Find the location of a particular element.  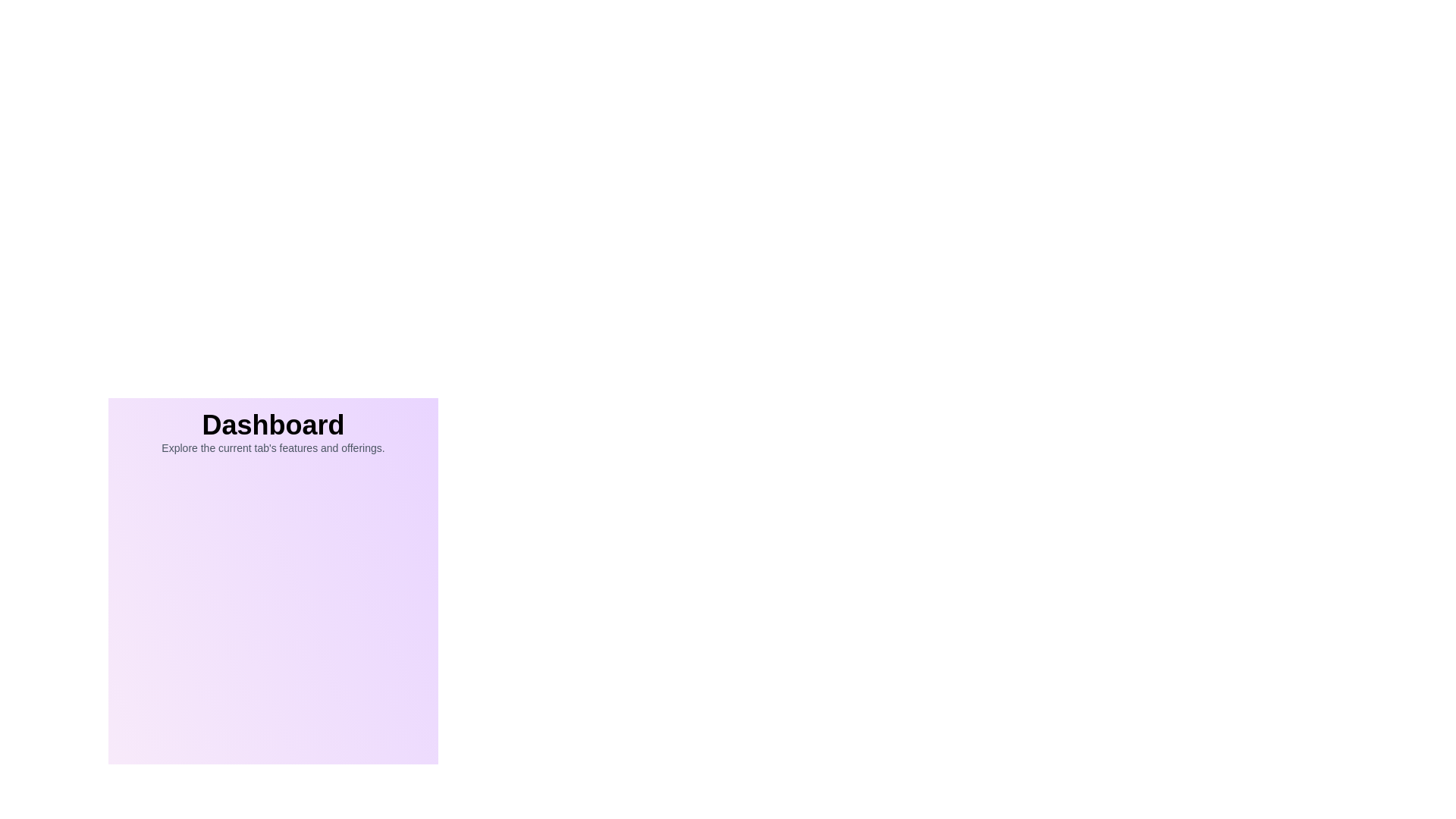

the area displaying the active tab's content and read the text displayed there is located at coordinates (273, 425).